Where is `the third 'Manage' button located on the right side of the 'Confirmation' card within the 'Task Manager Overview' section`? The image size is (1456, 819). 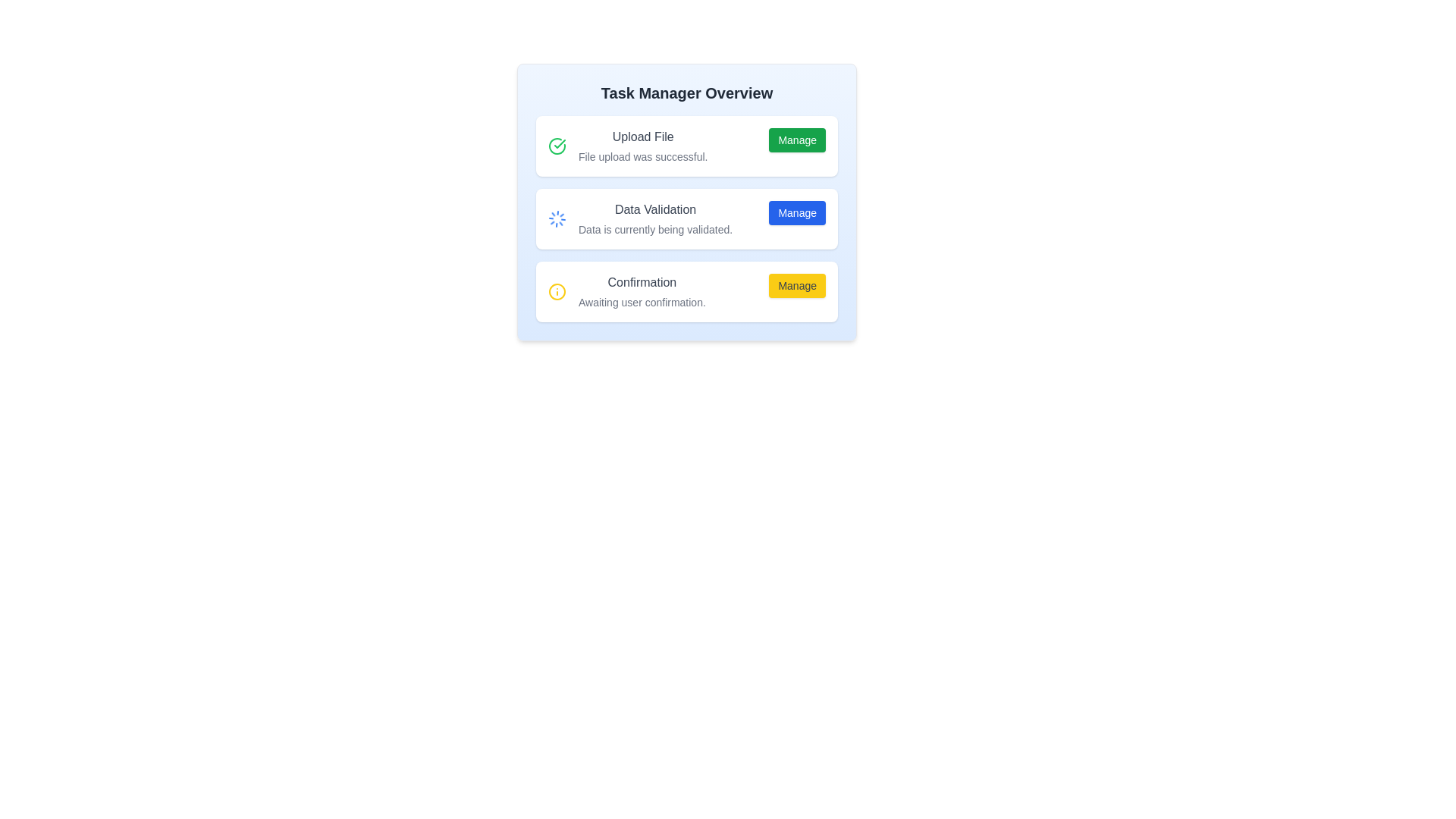 the third 'Manage' button located on the right side of the 'Confirmation' card within the 'Task Manager Overview' section is located at coordinates (796, 286).